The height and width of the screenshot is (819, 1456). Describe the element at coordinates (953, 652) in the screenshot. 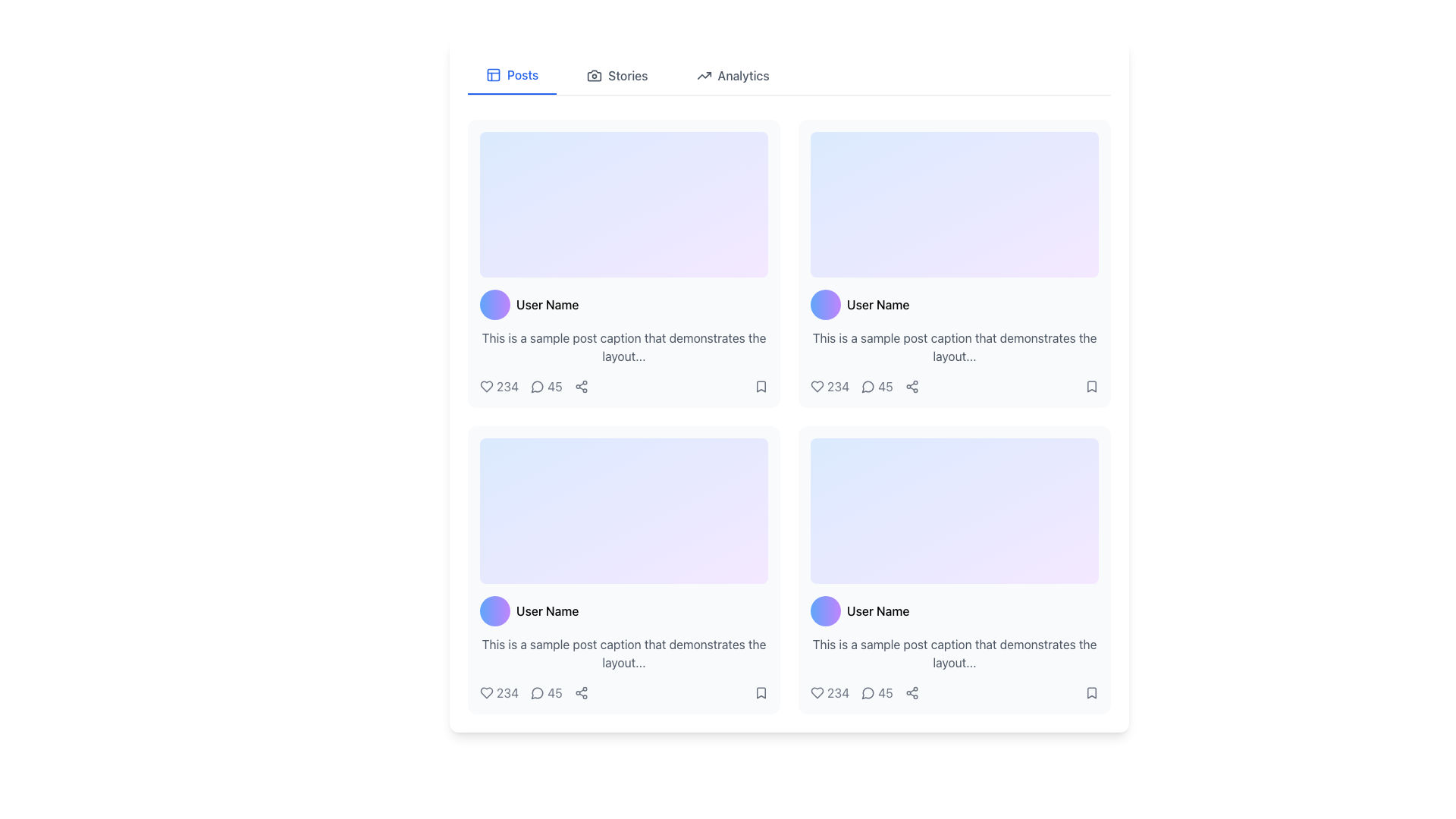

I see `the text block containing the caption 'This is a sample post caption that demonstrates the layout...' located in the bottom row, rightmost column of a card layout, positioned between the 'User Name' label above and interaction counters below` at that location.